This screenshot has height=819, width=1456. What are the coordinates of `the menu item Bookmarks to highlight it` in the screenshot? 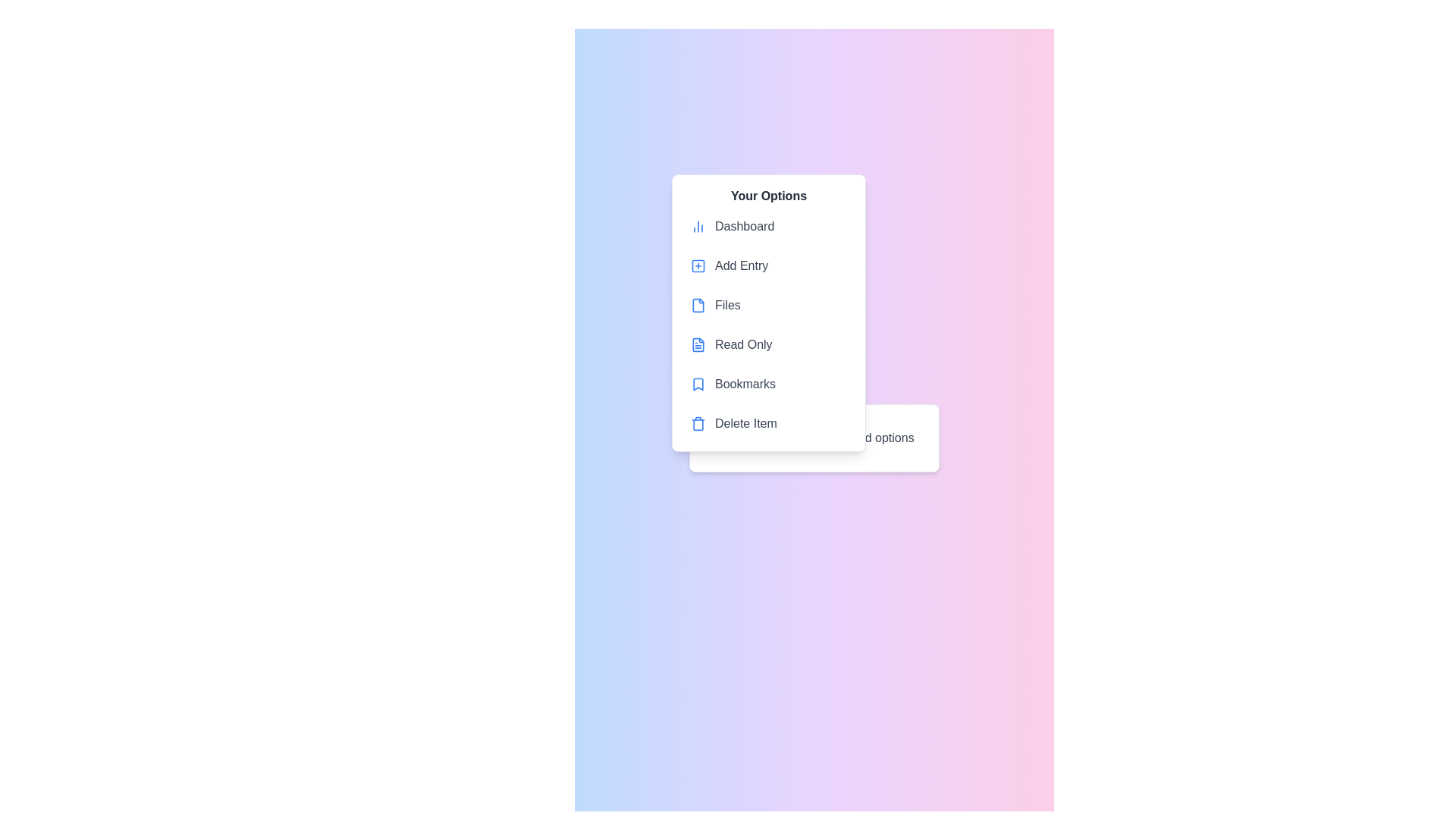 It's located at (768, 383).